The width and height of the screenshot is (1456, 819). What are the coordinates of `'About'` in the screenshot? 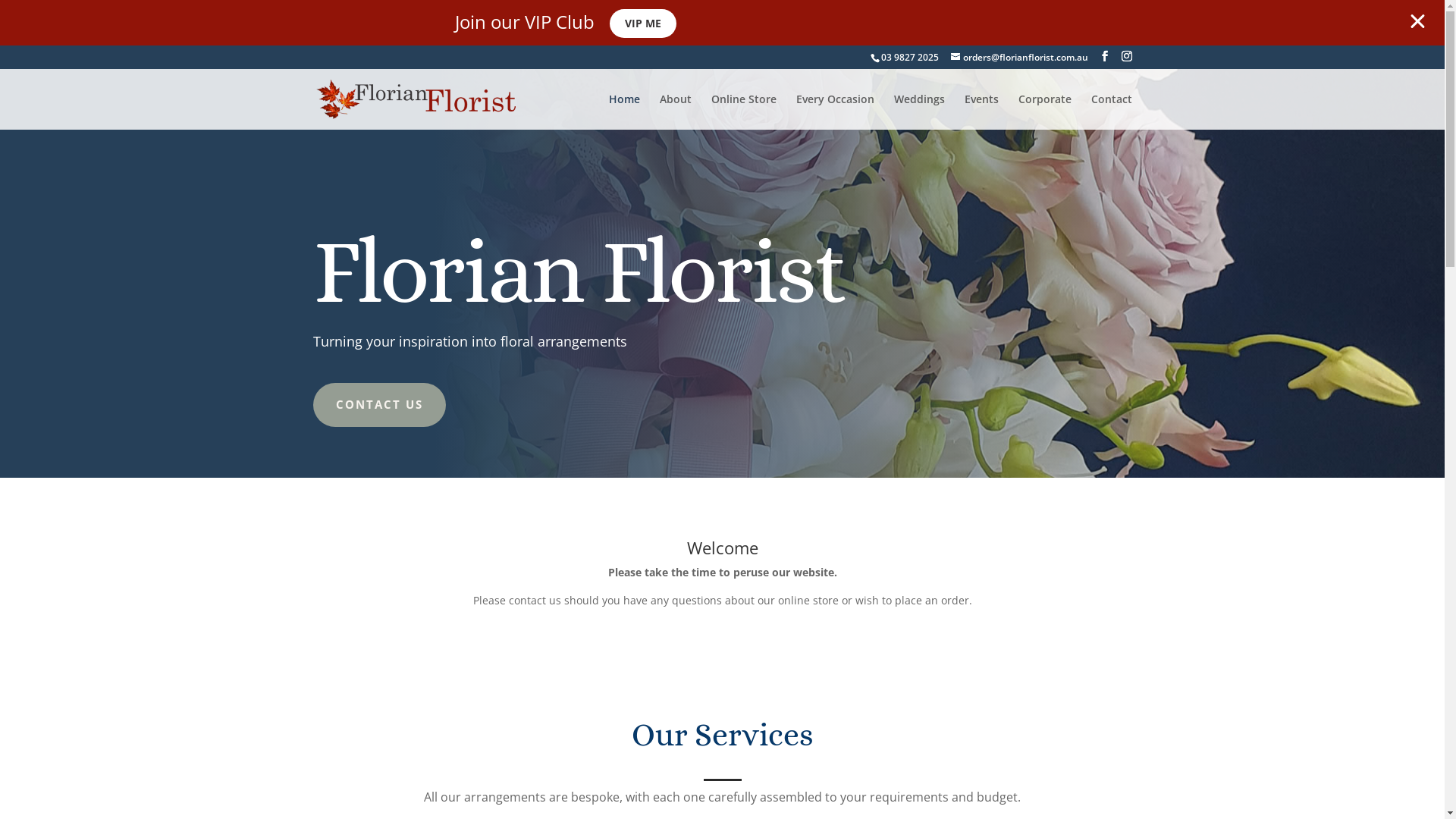 It's located at (675, 111).